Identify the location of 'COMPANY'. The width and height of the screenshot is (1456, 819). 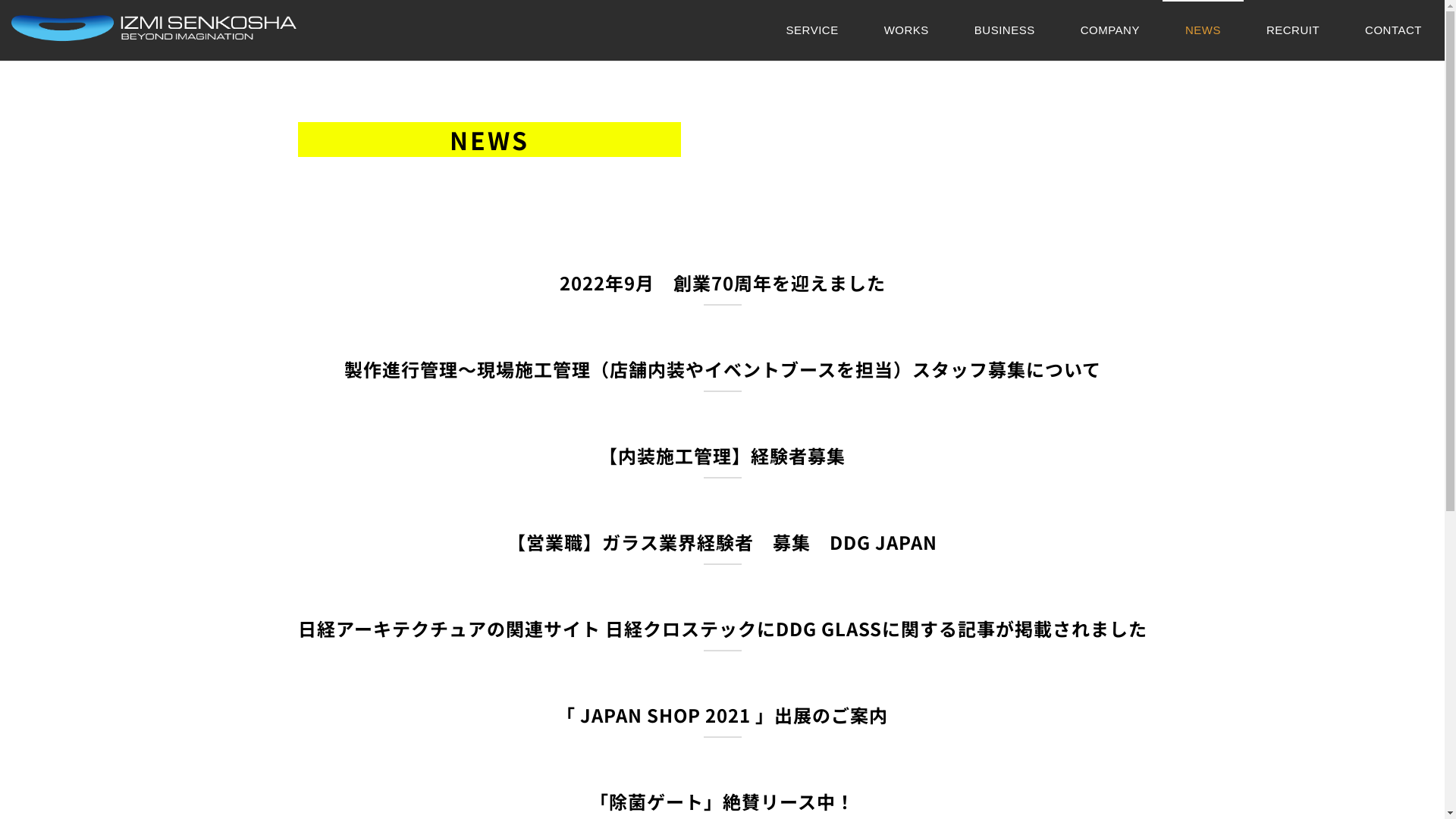
(1110, 30).